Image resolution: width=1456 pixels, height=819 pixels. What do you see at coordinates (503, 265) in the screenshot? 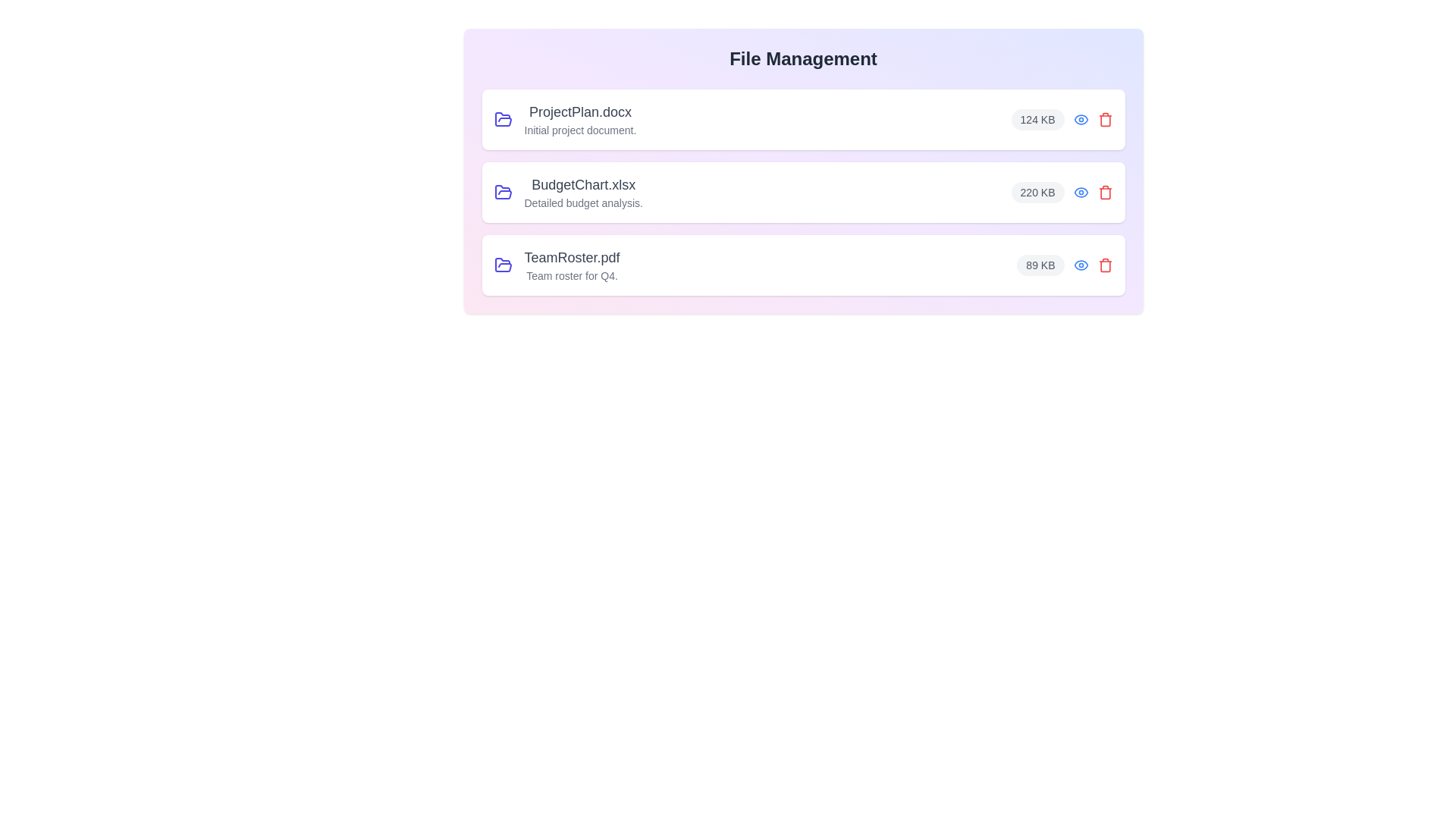
I see `the folder icon corresponding to the file TeamRoster.pdf` at bounding box center [503, 265].